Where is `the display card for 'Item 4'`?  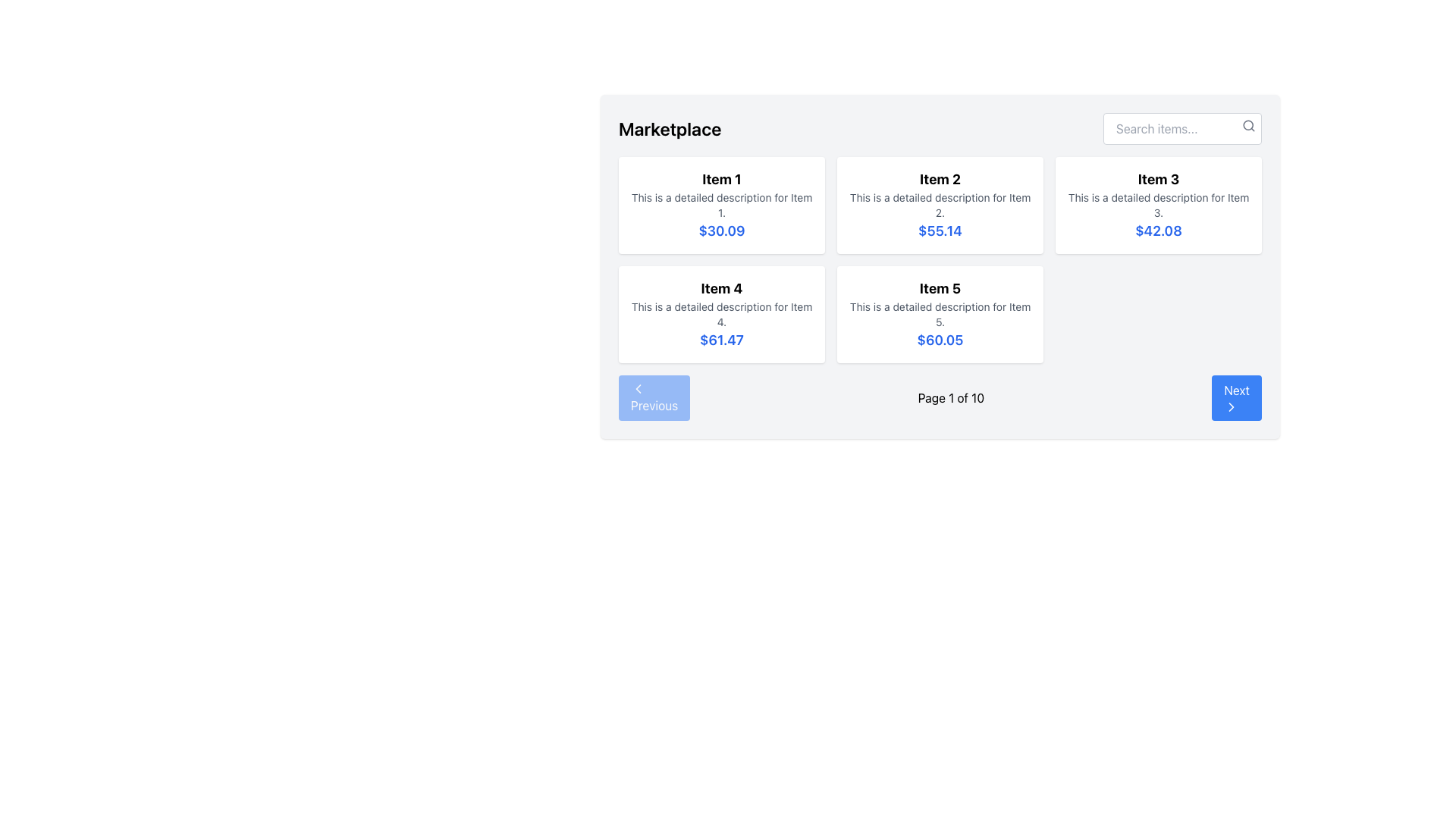
the display card for 'Item 4' is located at coordinates (720, 314).